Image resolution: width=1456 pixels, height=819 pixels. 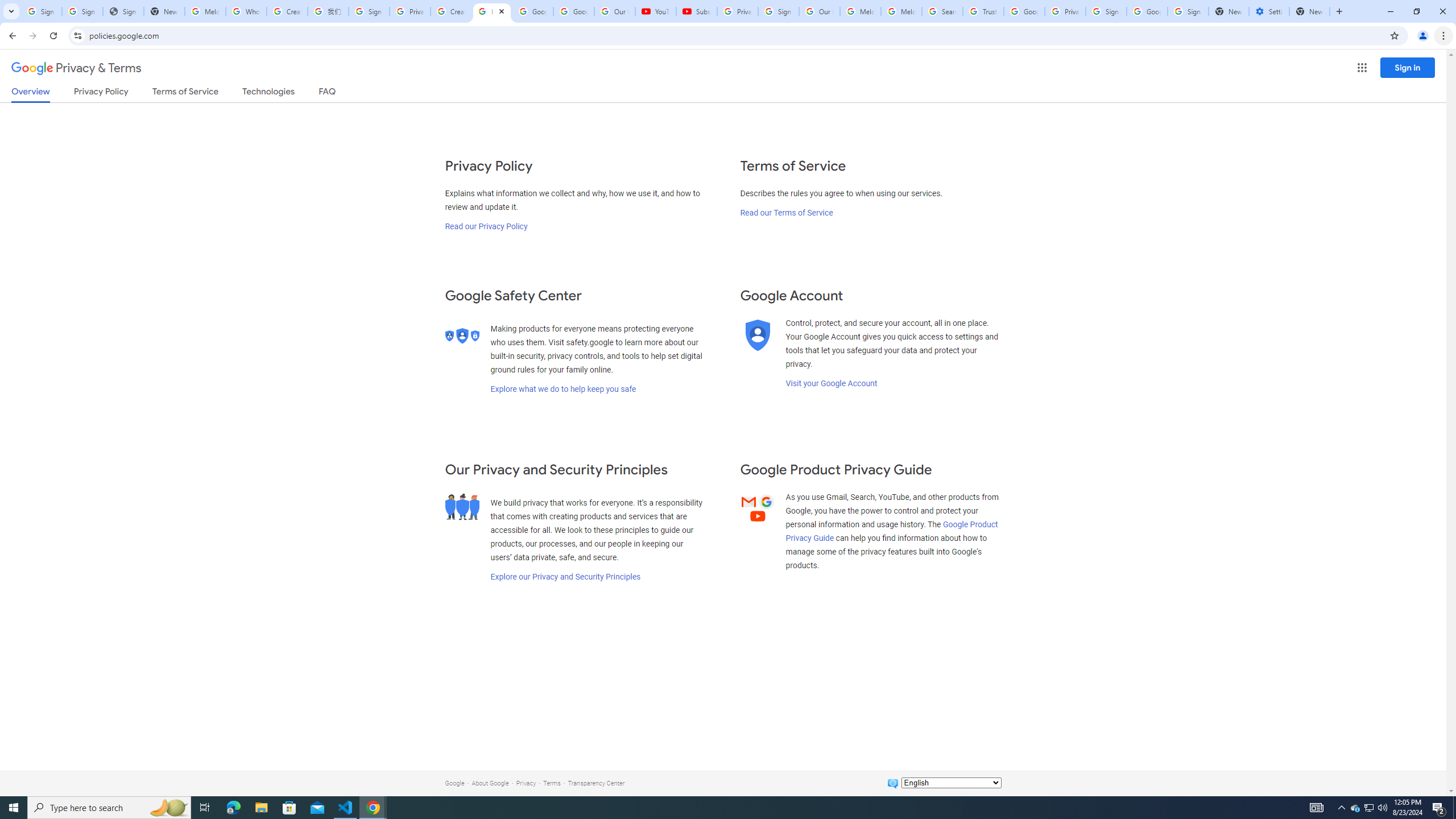 I want to click on 'Transparency Center', so click(x=595, y=783).